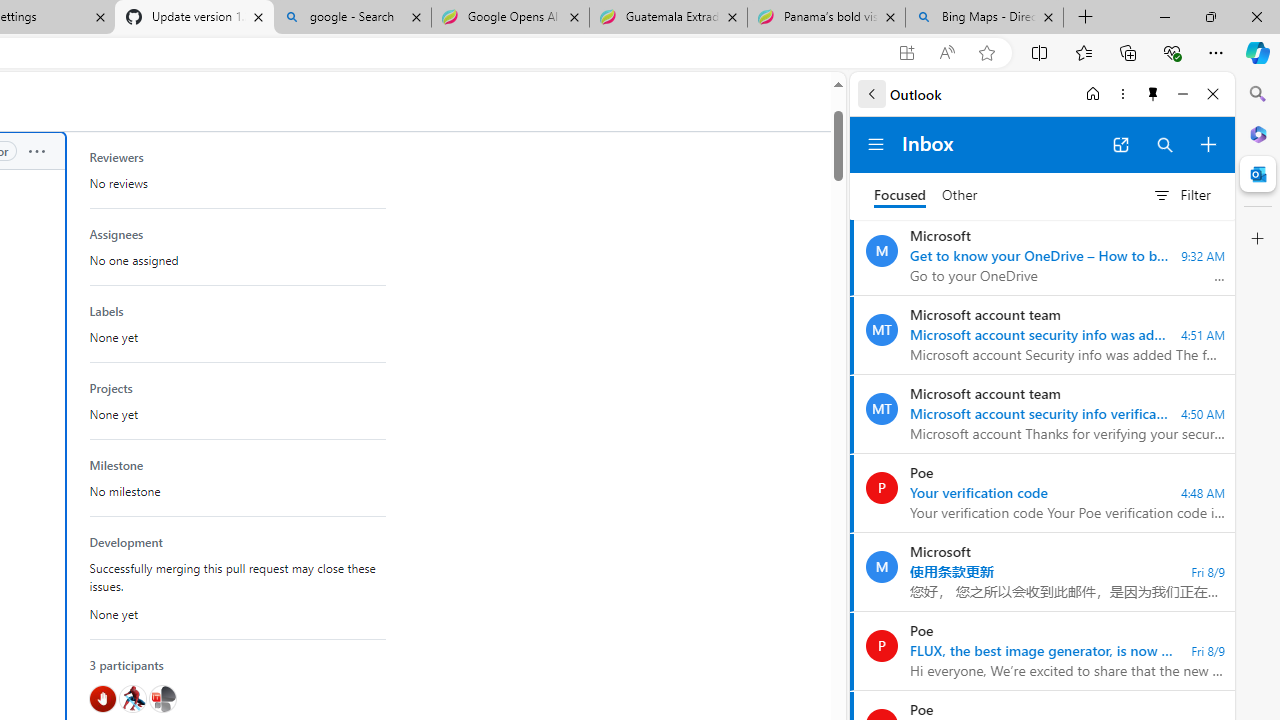  I want to click on 'Folder navigation', so click(876, 144).